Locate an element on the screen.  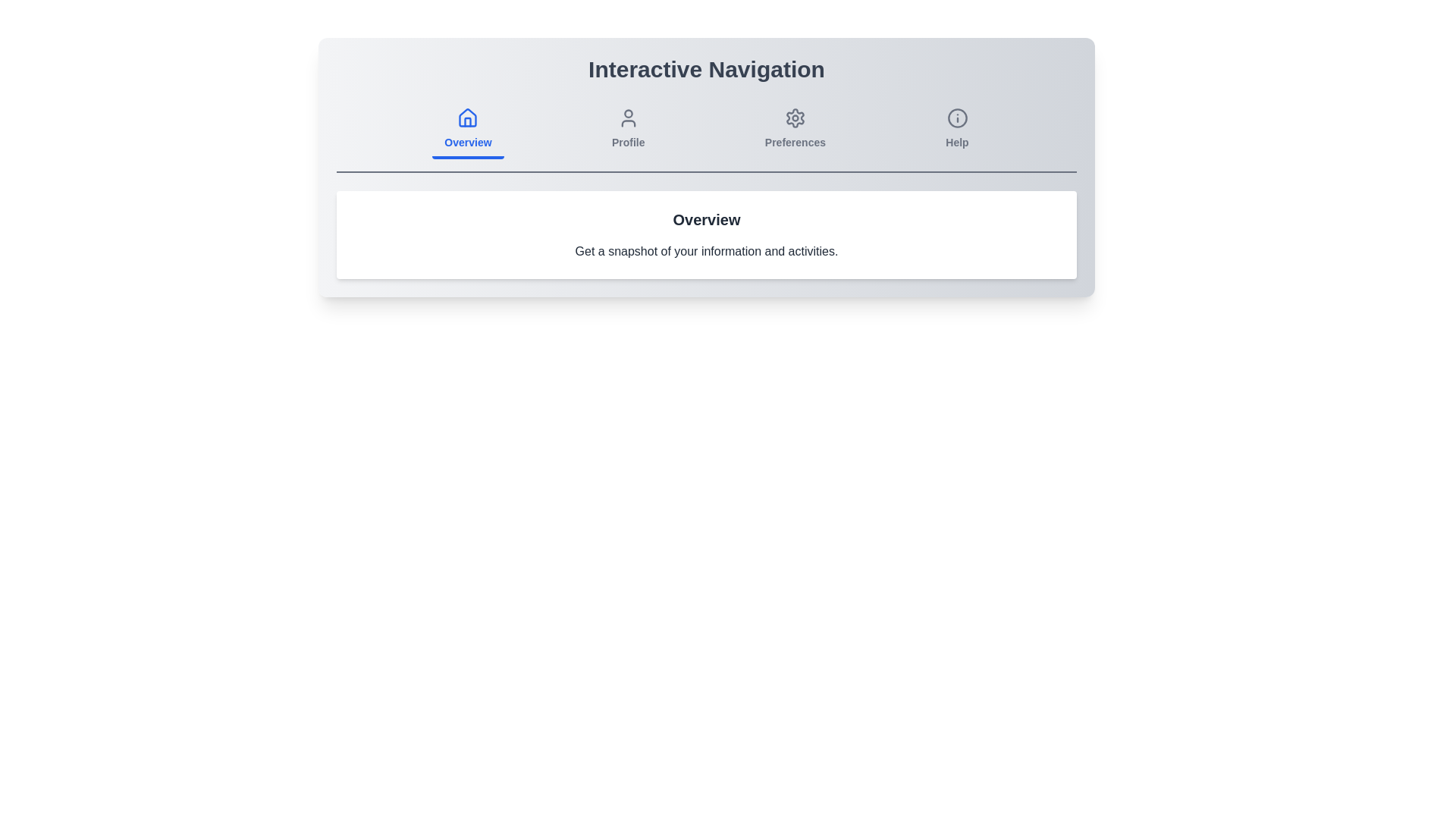
the tab labeled Overview is located at coordinates (467, 130).